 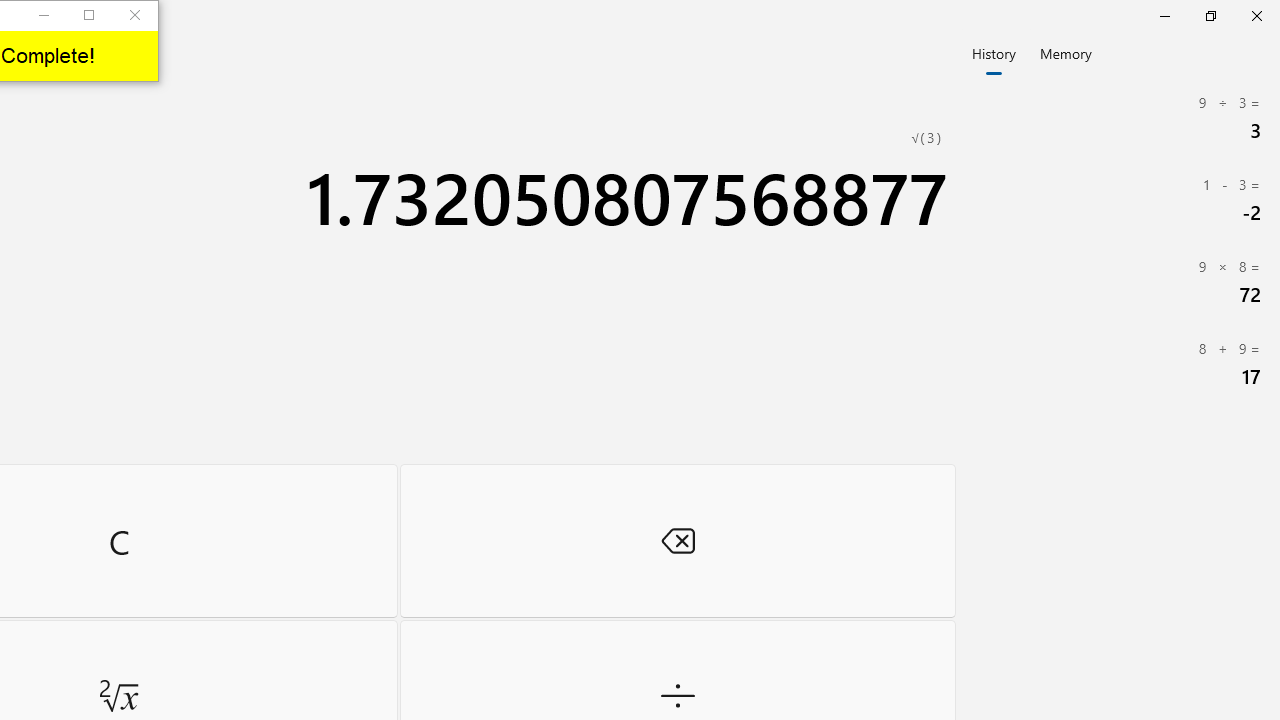 I want to click on 'History', so click(x=993, y=51).